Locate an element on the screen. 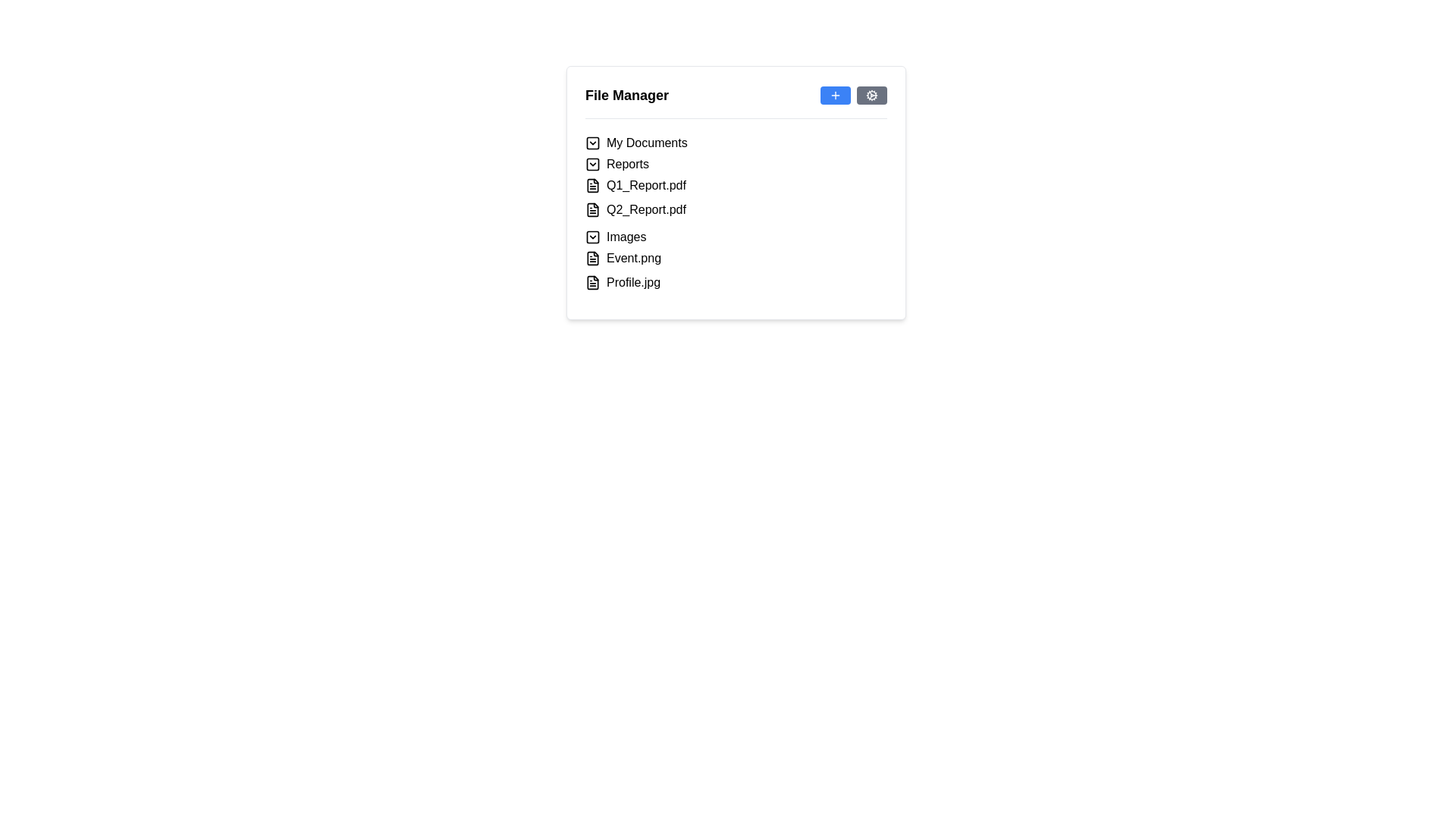  the file icon representing 'Event.png' in the file list, which serves as a visual indicator for the specific file type is located at coordinates (592, 257).